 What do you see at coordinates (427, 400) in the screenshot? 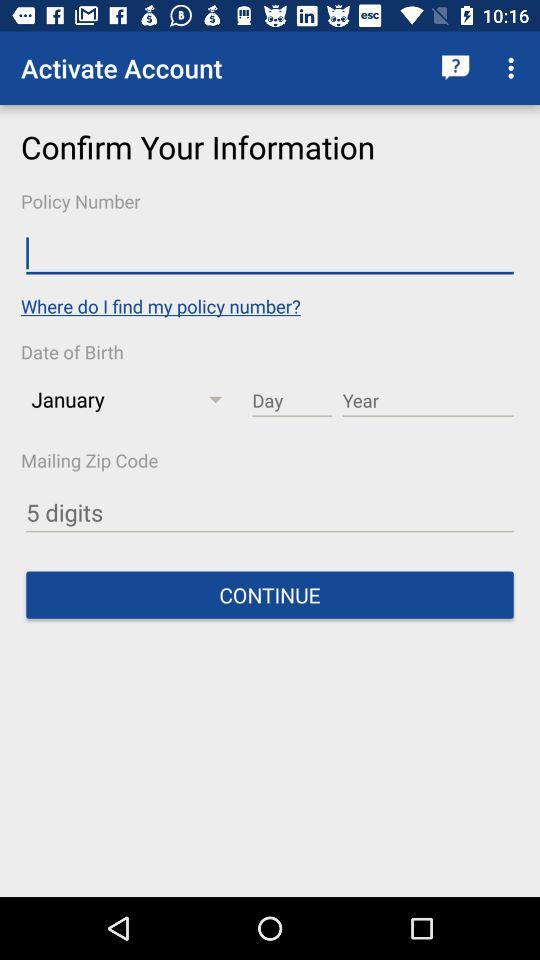
I see `birth year` at bounding box center [427, 400].